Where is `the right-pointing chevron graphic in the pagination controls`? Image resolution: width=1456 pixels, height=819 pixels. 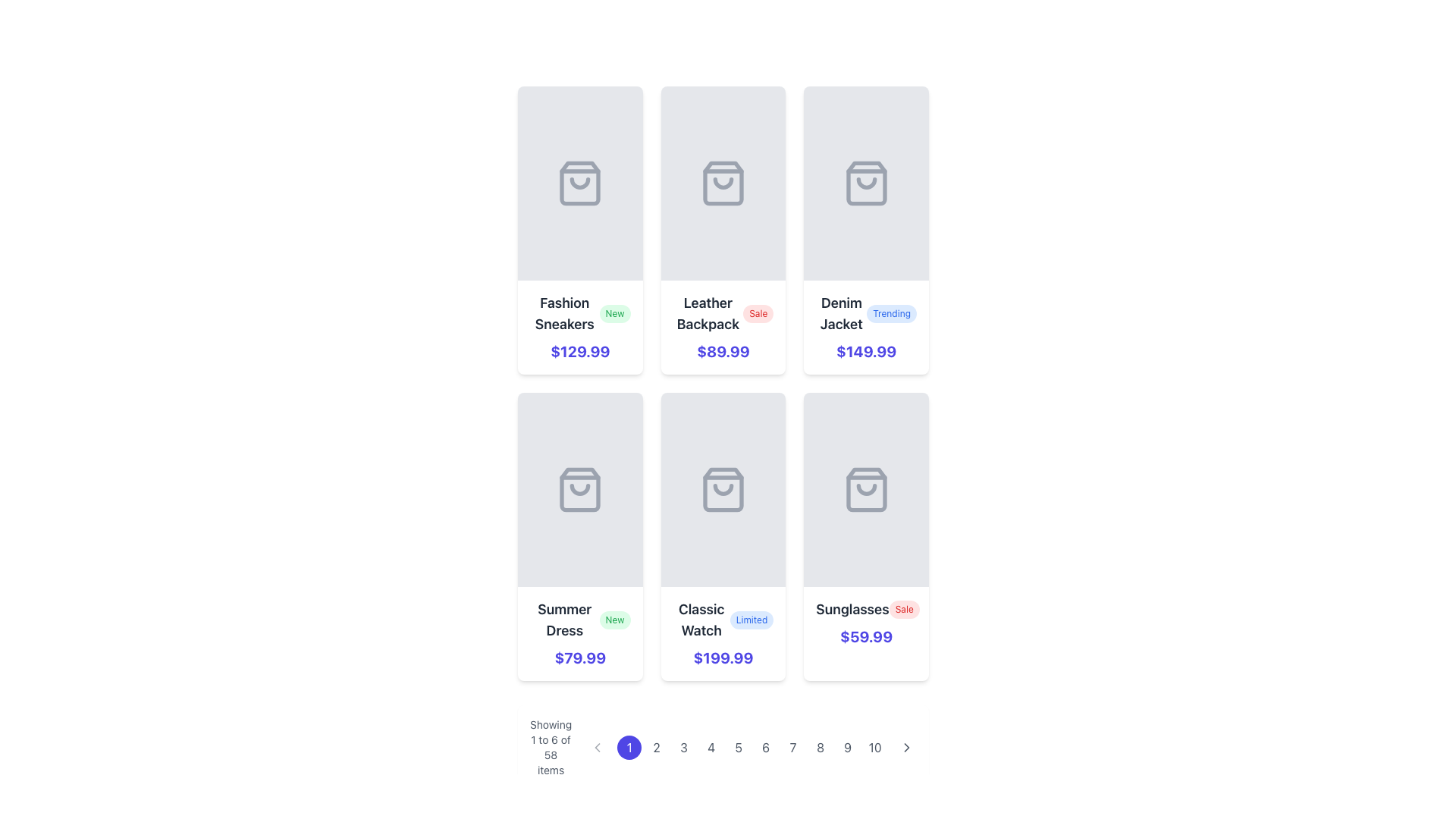
the right-pointing chevron graphic in the pagination controls is located at coordinates (907, 747).